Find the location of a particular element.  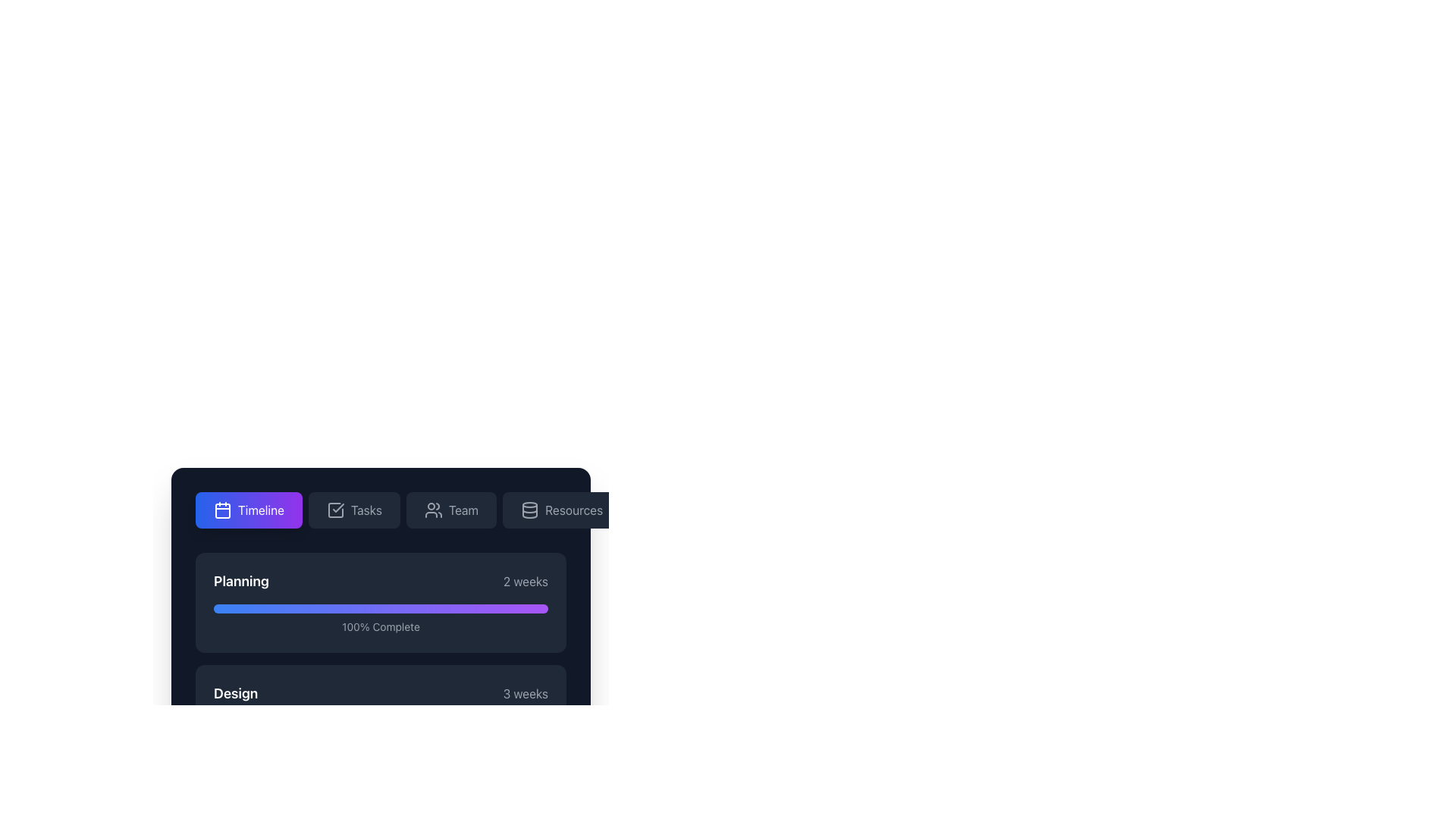

the 'Tasks' button, which is a dark gray rectangle with light gray text and a checkmark outline, located in the navigation bar to trigger visual effects is located at coordinates (353, 510).